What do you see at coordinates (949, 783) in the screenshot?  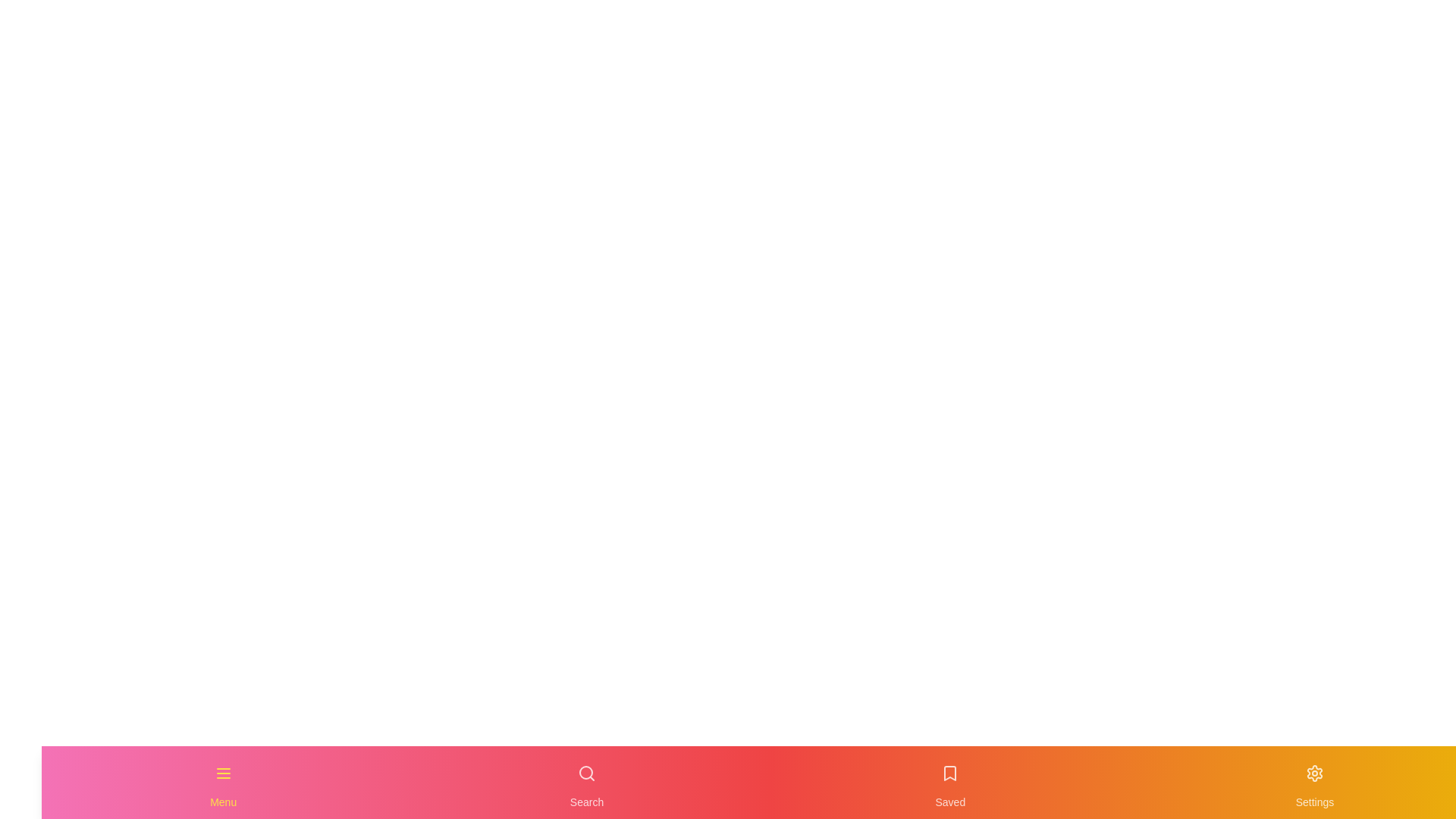 I see `the navigation item labeled Saved to highlight it` at bounding box center [949, 783].